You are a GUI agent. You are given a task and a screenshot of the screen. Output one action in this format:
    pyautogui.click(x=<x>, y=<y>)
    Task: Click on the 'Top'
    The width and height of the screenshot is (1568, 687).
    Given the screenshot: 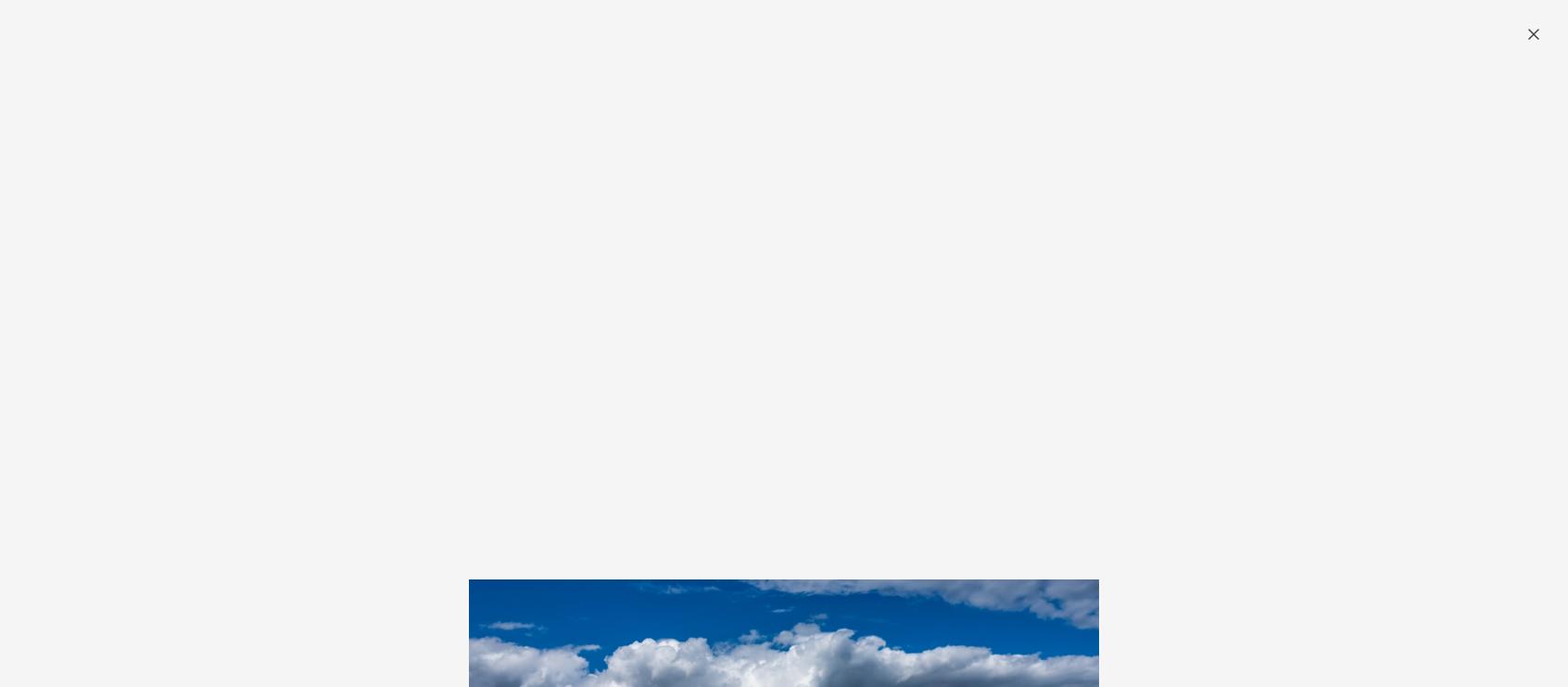 What is the action you would take?
    pyautogui.click(x=276, y=528)
    